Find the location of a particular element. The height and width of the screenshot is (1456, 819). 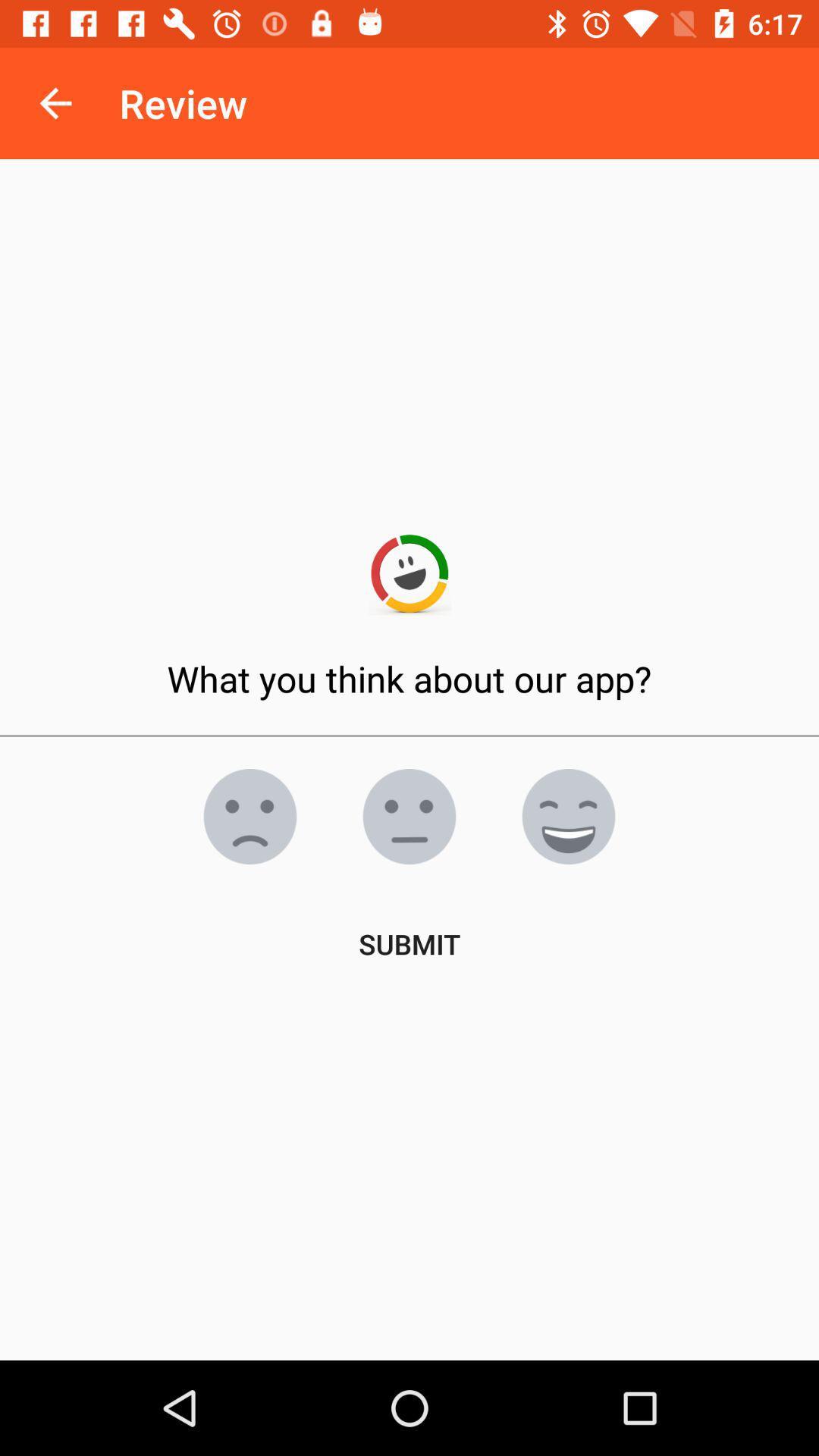

emoji is located at coordinates (568, 815).